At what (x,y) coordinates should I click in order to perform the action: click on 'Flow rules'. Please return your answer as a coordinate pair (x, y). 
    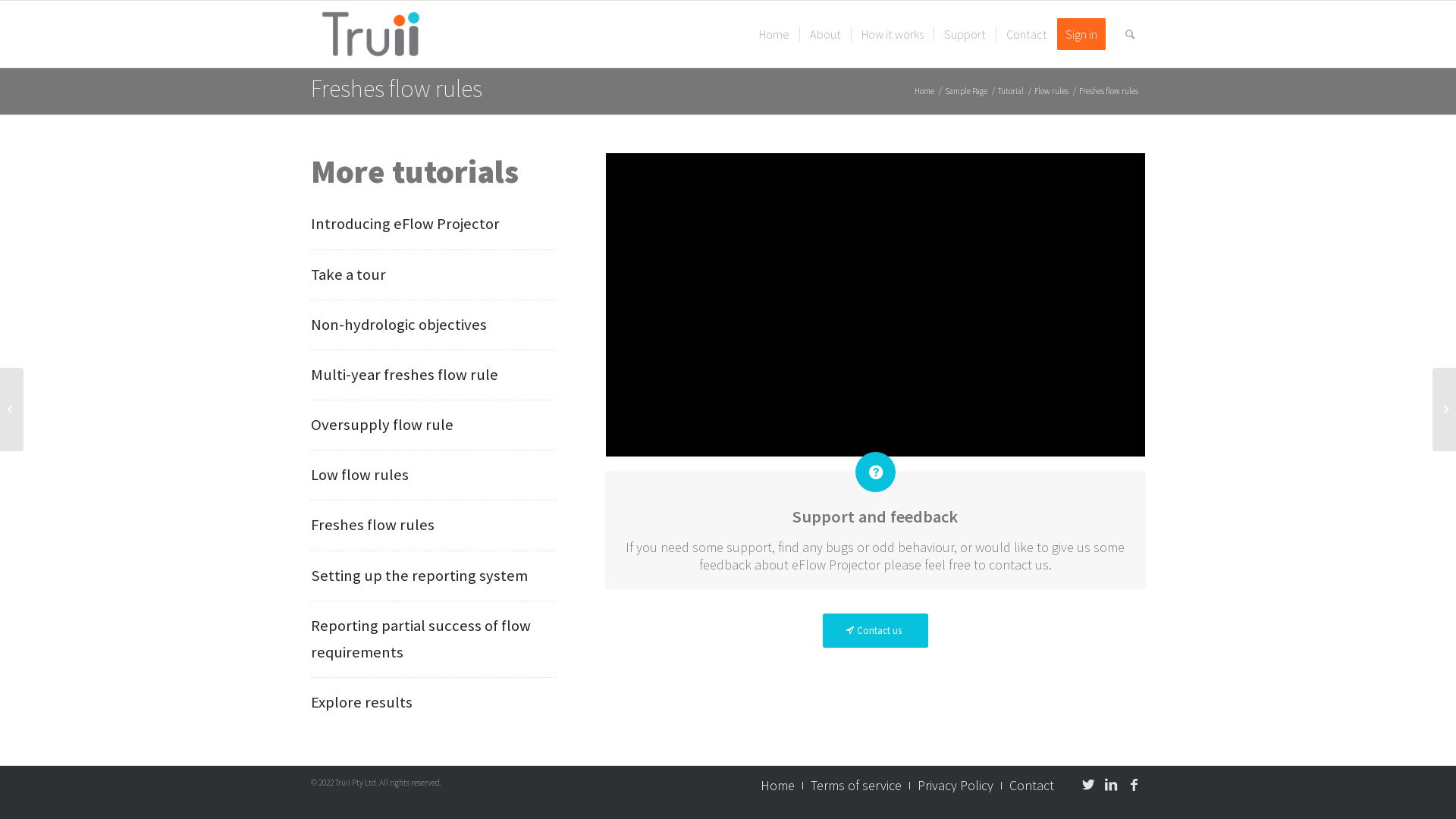
    Looking at the image, I should click on (1050, 91).